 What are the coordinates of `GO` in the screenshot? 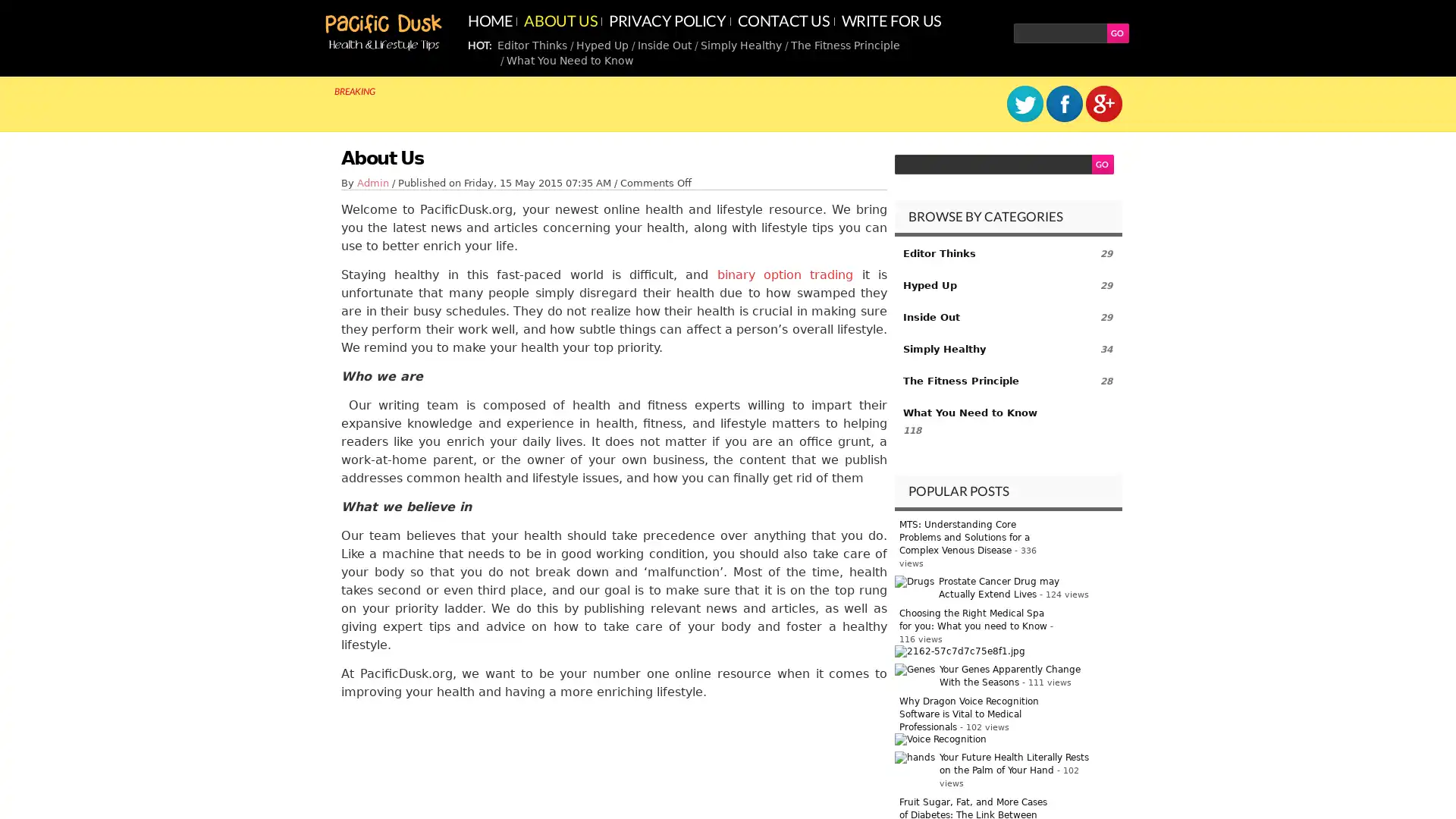 It's located at (1103, 164).